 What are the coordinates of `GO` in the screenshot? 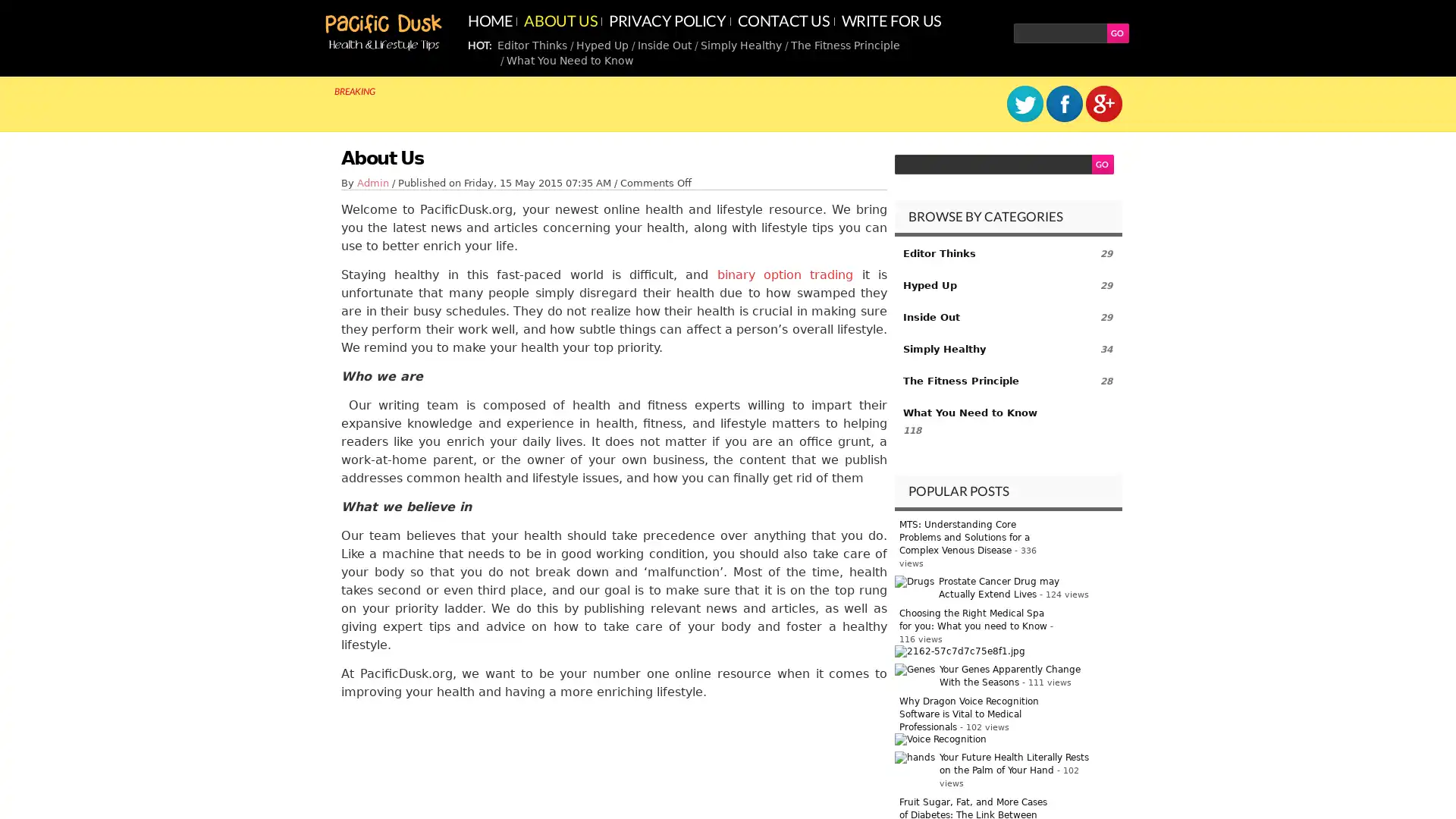 It's located at (1103, 164).